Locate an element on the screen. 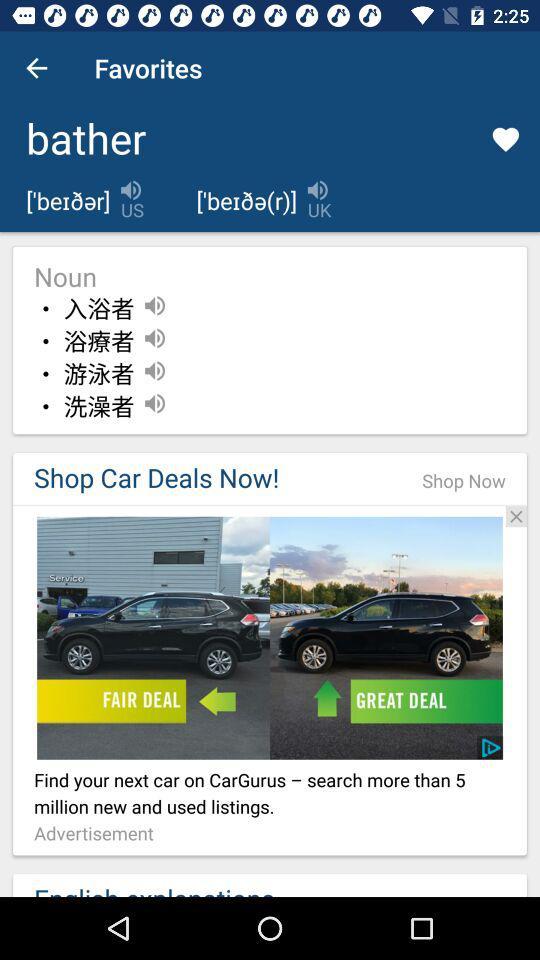  the icon to the top right corner of the image is located at coordinates (516, 515).